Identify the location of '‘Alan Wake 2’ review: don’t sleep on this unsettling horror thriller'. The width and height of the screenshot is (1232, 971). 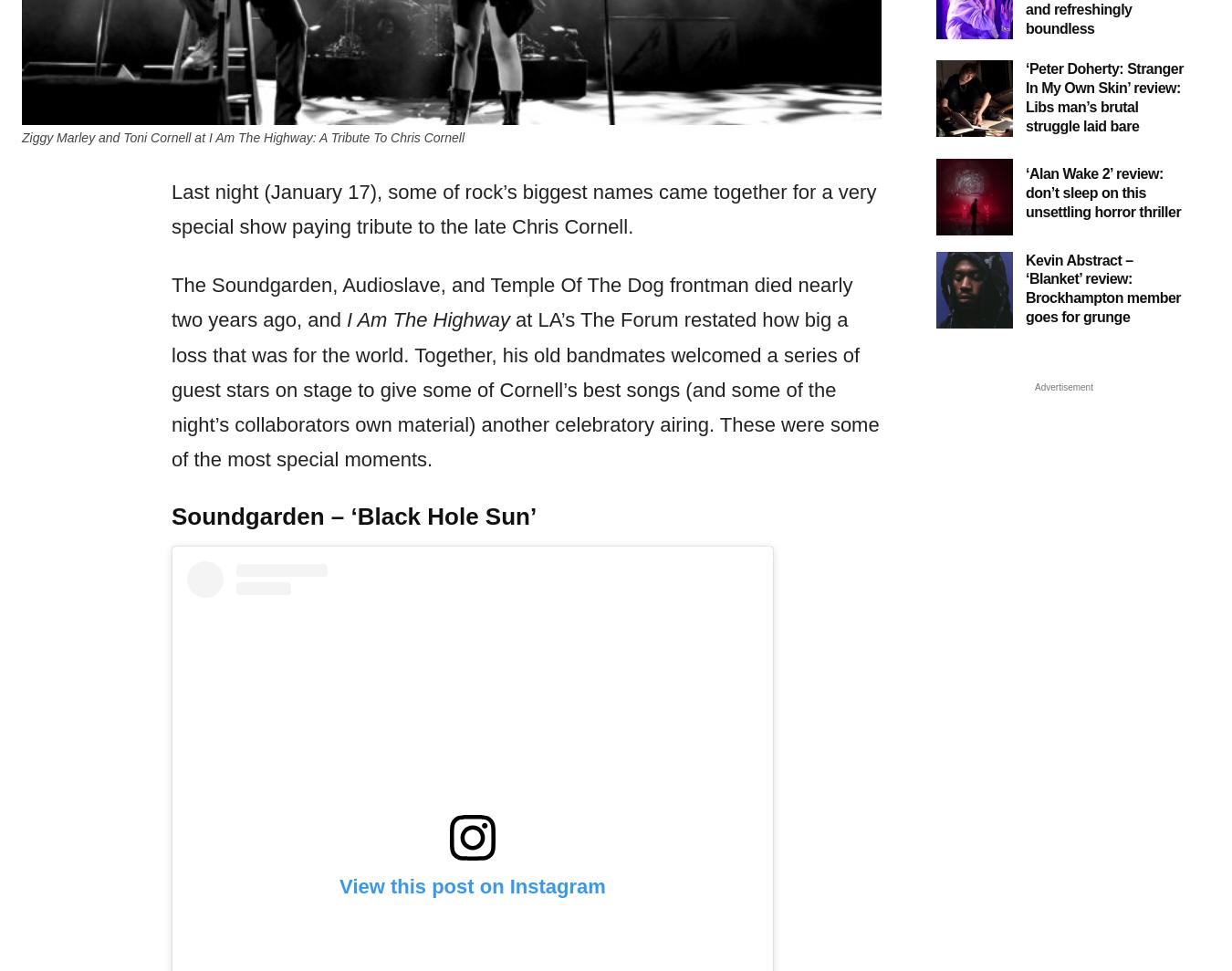
(1102, 192).